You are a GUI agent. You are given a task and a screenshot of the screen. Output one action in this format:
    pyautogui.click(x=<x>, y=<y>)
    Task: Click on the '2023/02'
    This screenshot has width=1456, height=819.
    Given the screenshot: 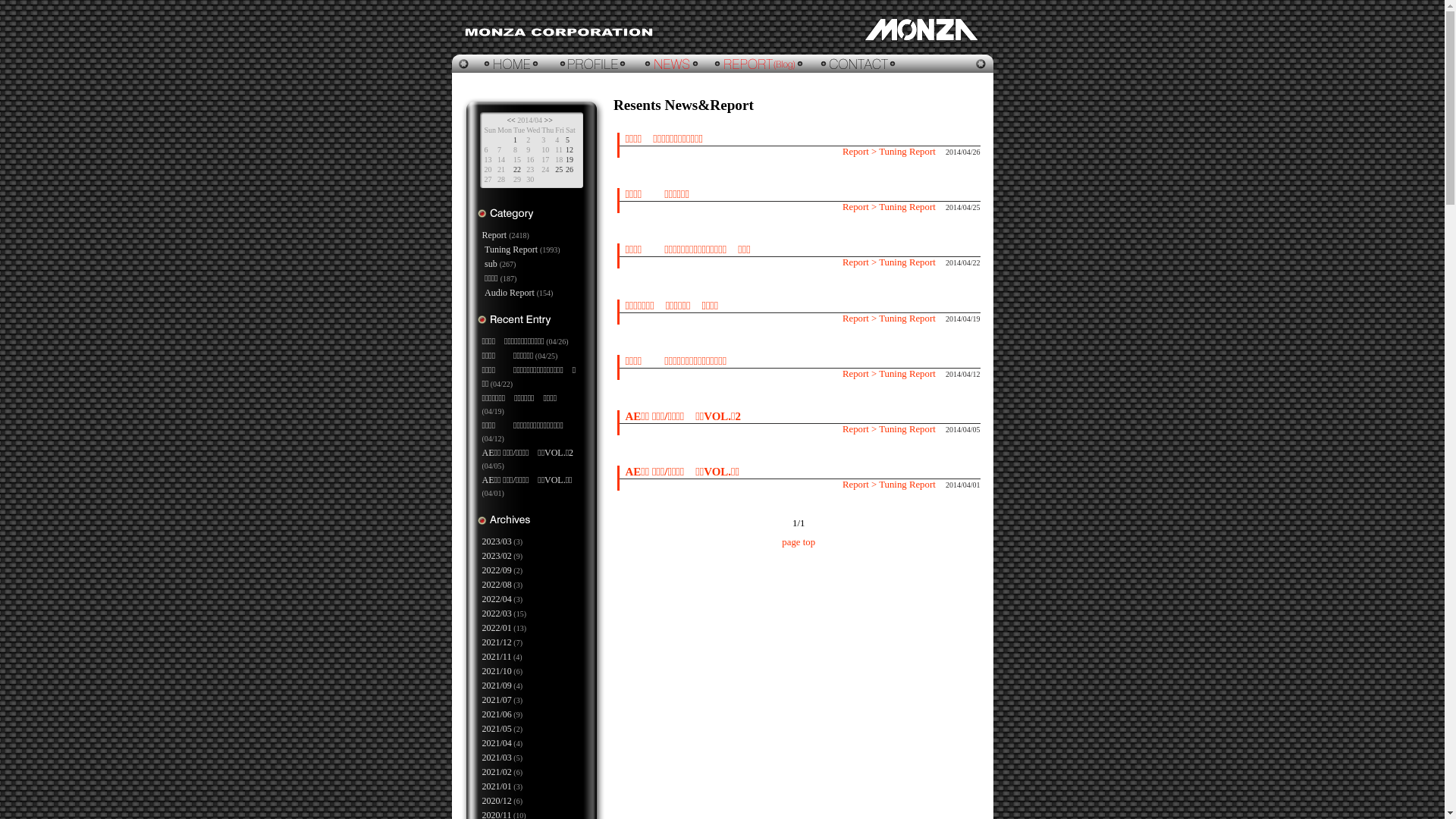 What is the action you would take?
    pyautogui.click(x=497, y=555)
    